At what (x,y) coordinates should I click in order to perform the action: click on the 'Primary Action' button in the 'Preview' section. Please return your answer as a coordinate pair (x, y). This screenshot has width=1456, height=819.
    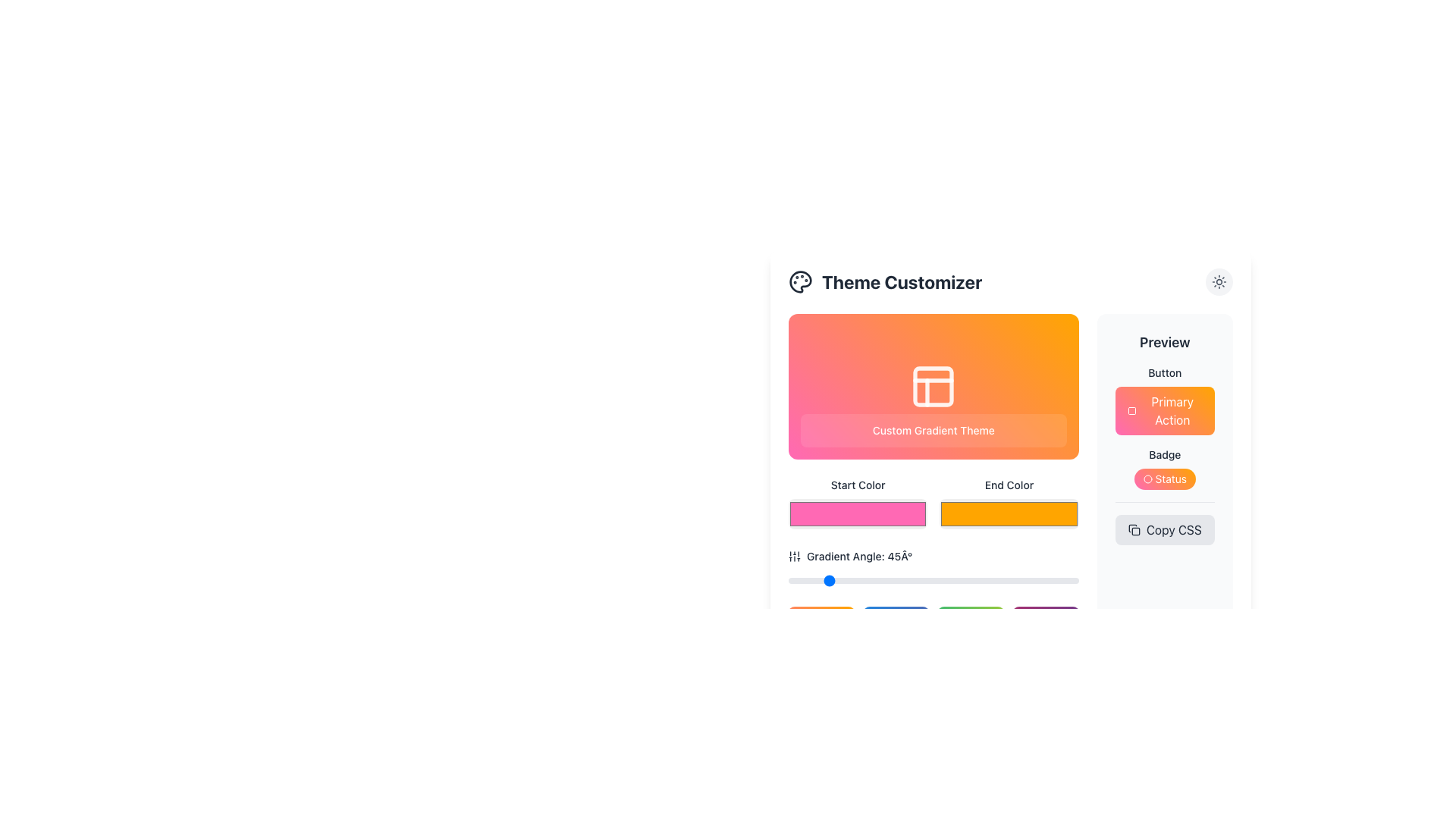
    Looking at the image, I should click on (1164, 400).